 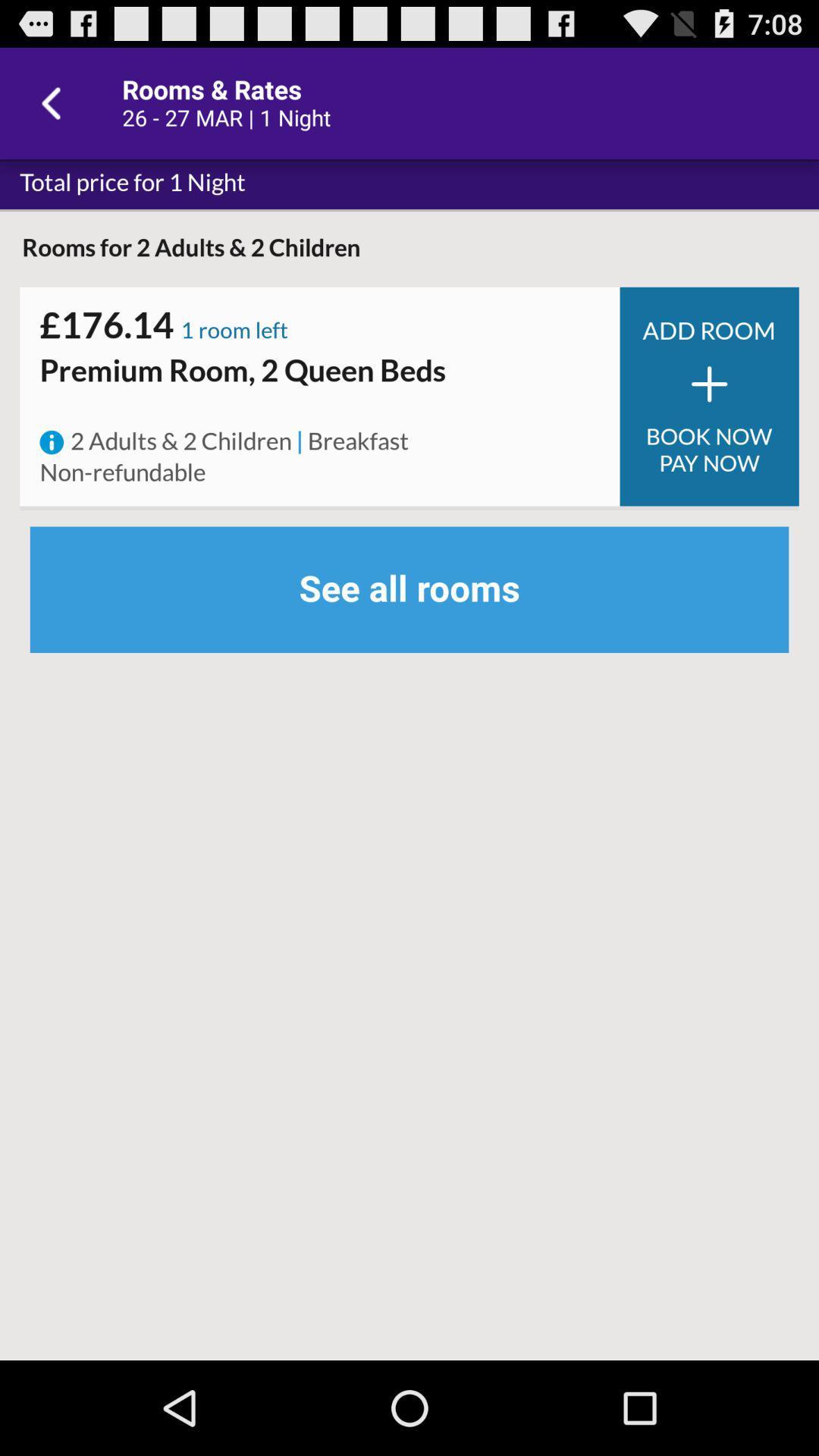 I want to click on the app to the left of the rooms & rates item, so click(x=55, y=102).